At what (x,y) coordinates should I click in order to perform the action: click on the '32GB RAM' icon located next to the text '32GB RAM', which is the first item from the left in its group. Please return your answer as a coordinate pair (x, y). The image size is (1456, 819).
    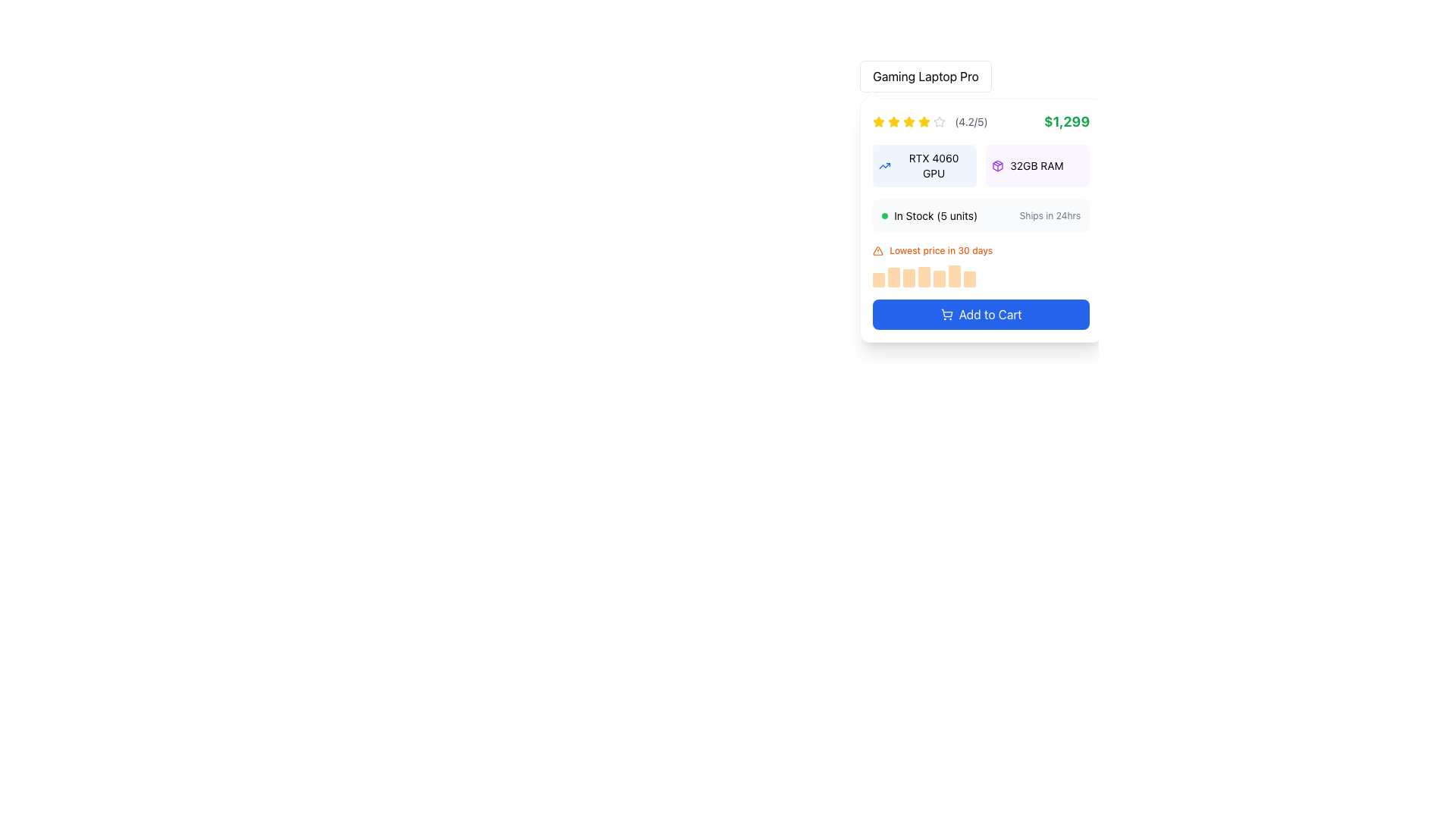
    Looking at the image, I should click on (998, 166).